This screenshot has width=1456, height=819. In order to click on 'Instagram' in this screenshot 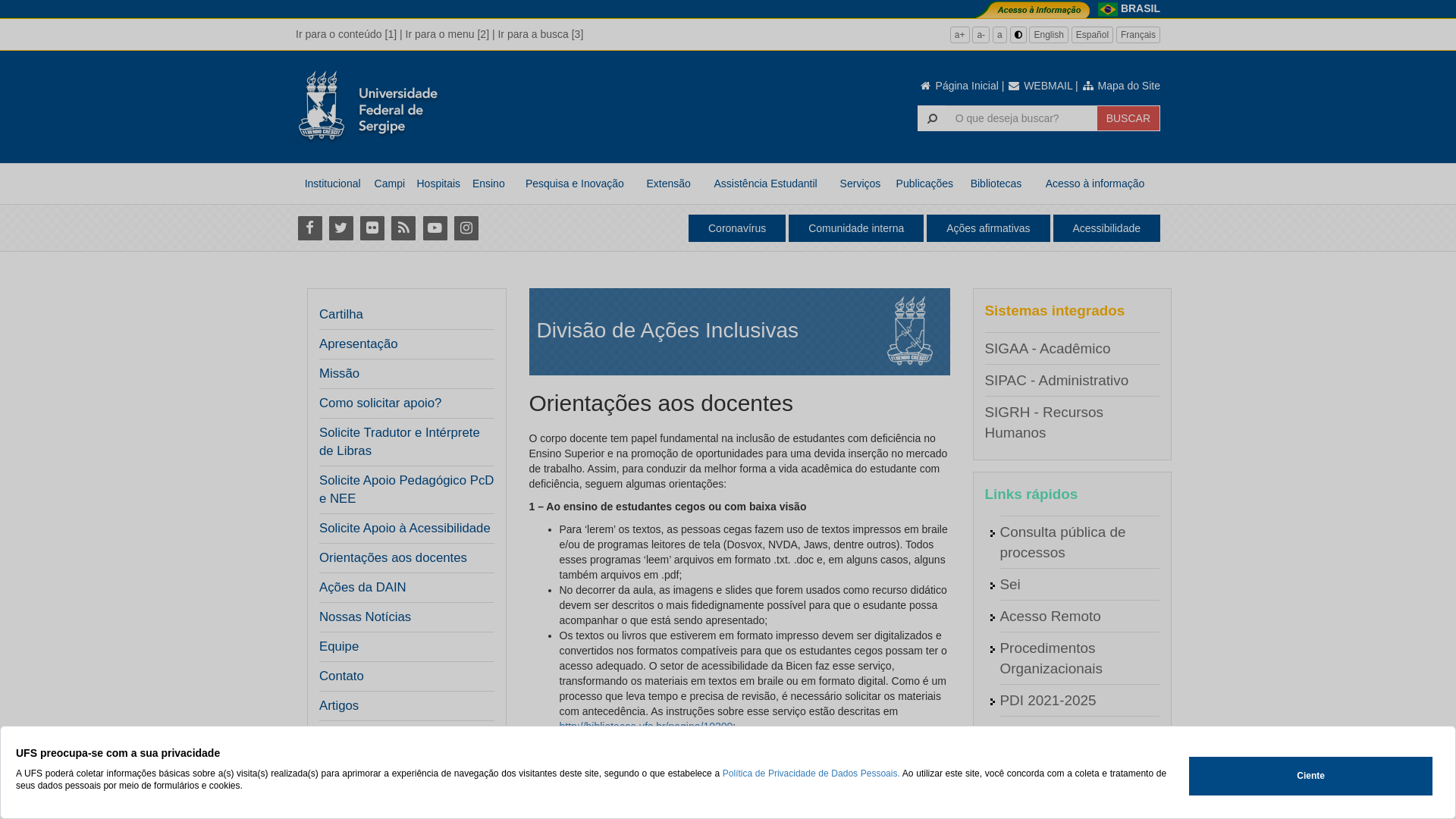, I will do `click(465, 227)`.